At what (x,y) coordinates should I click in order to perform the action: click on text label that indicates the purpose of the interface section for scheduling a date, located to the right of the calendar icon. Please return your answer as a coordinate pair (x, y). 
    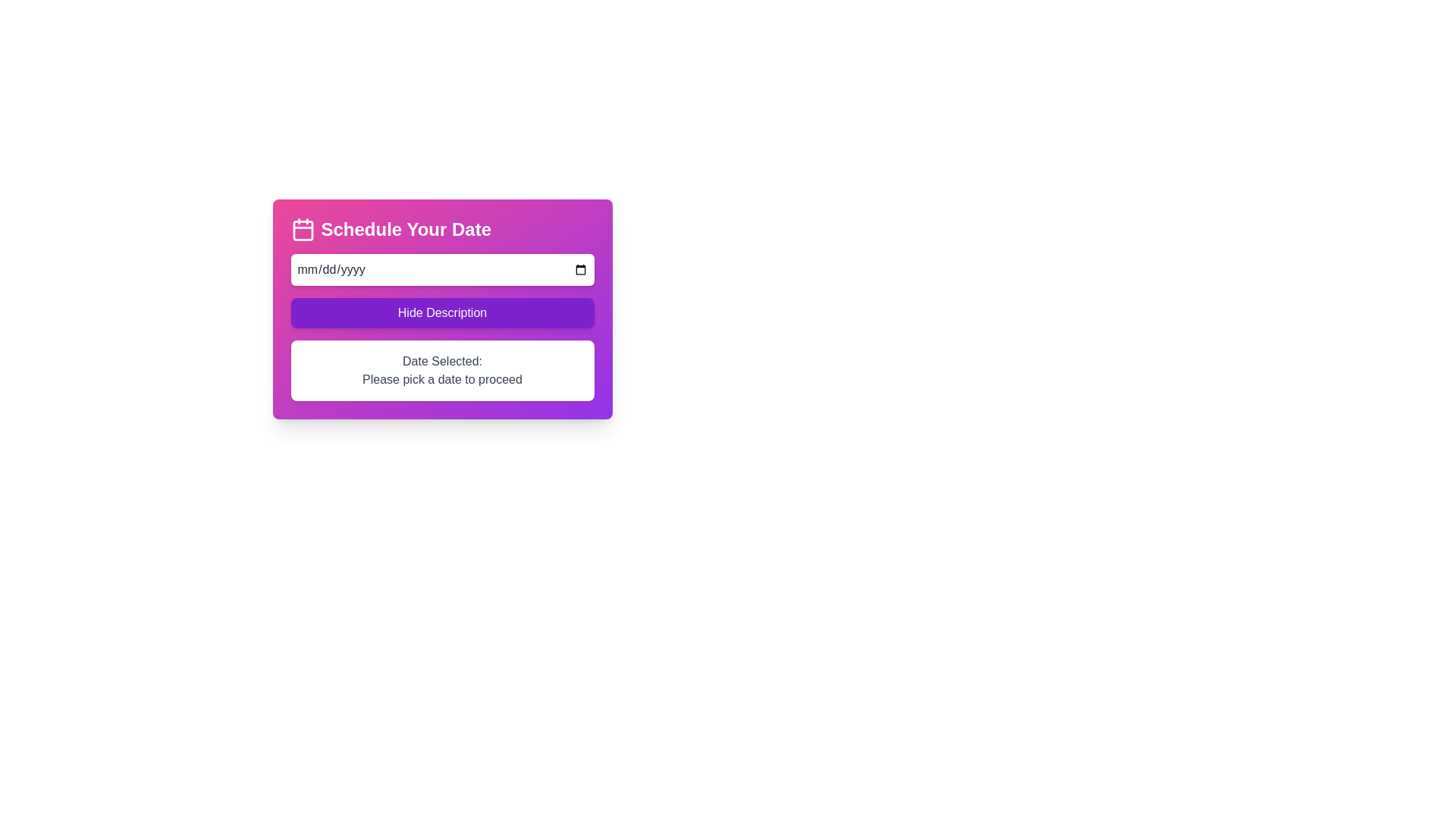
    Looking at the image, I should click on (406, 230).